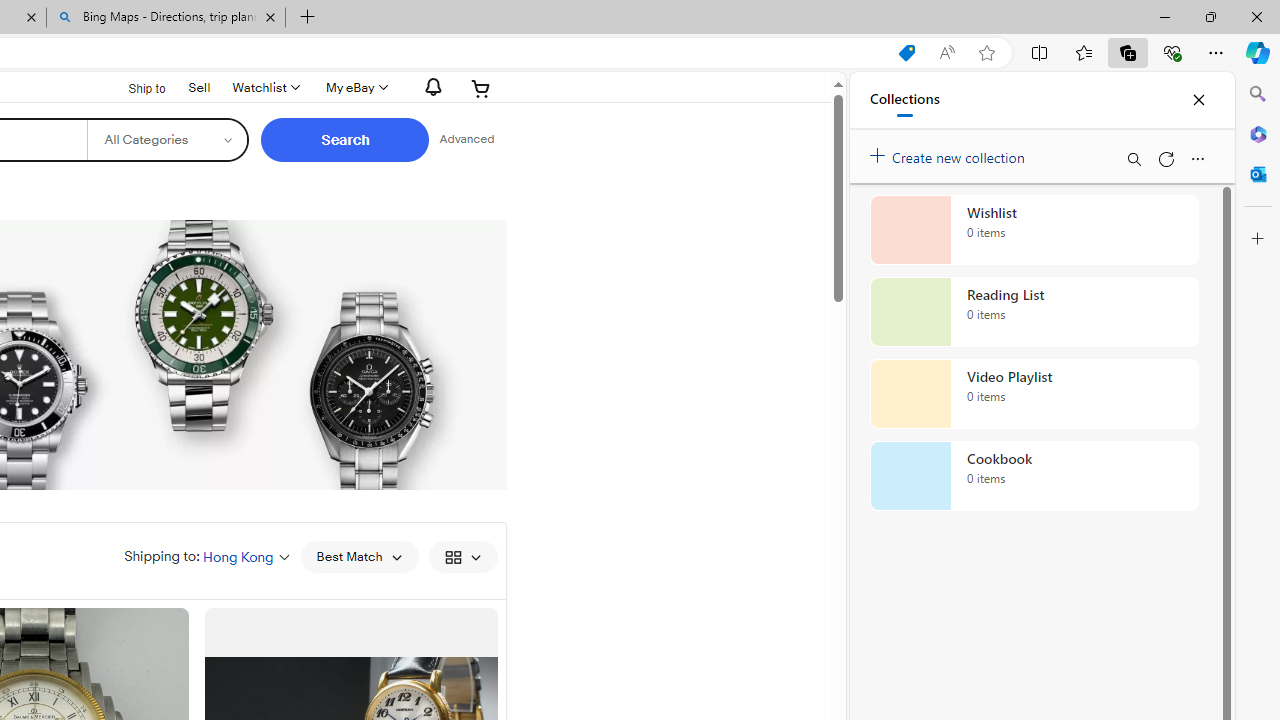 This screenshot has height=720, width=1280. What do you see at coordinates (481, 87) in the screenshot?
I see `'Your shopping cart'` at bounding box center [481, 87].